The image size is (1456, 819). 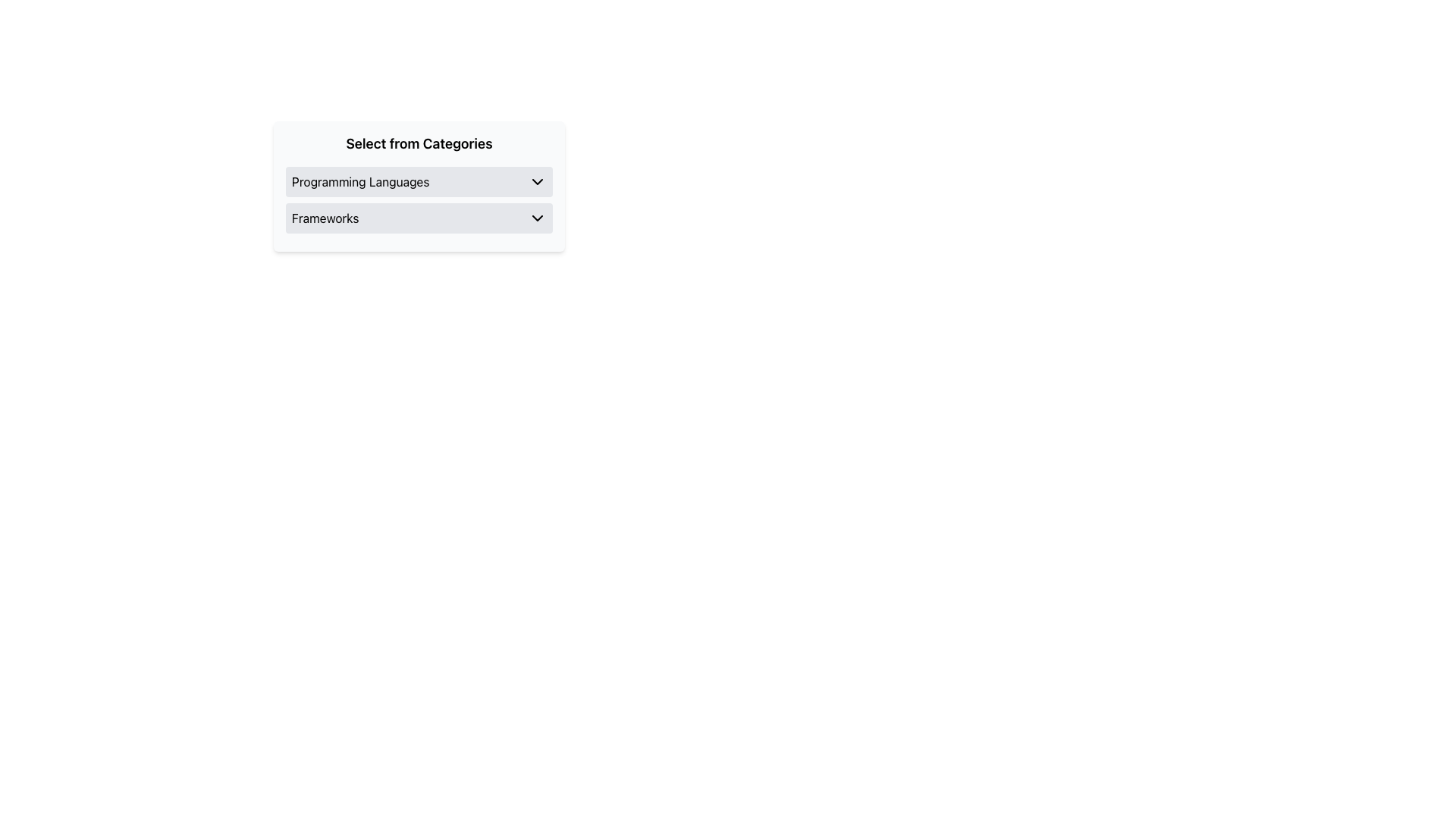 What do you see at coordinates (538, 218) in the screenshot?
I see `the chevron icon button located on the far right of the 'Frameworks' dropdown header bar to trigger a tooltip or visual response` at bounding box center [538, 218].